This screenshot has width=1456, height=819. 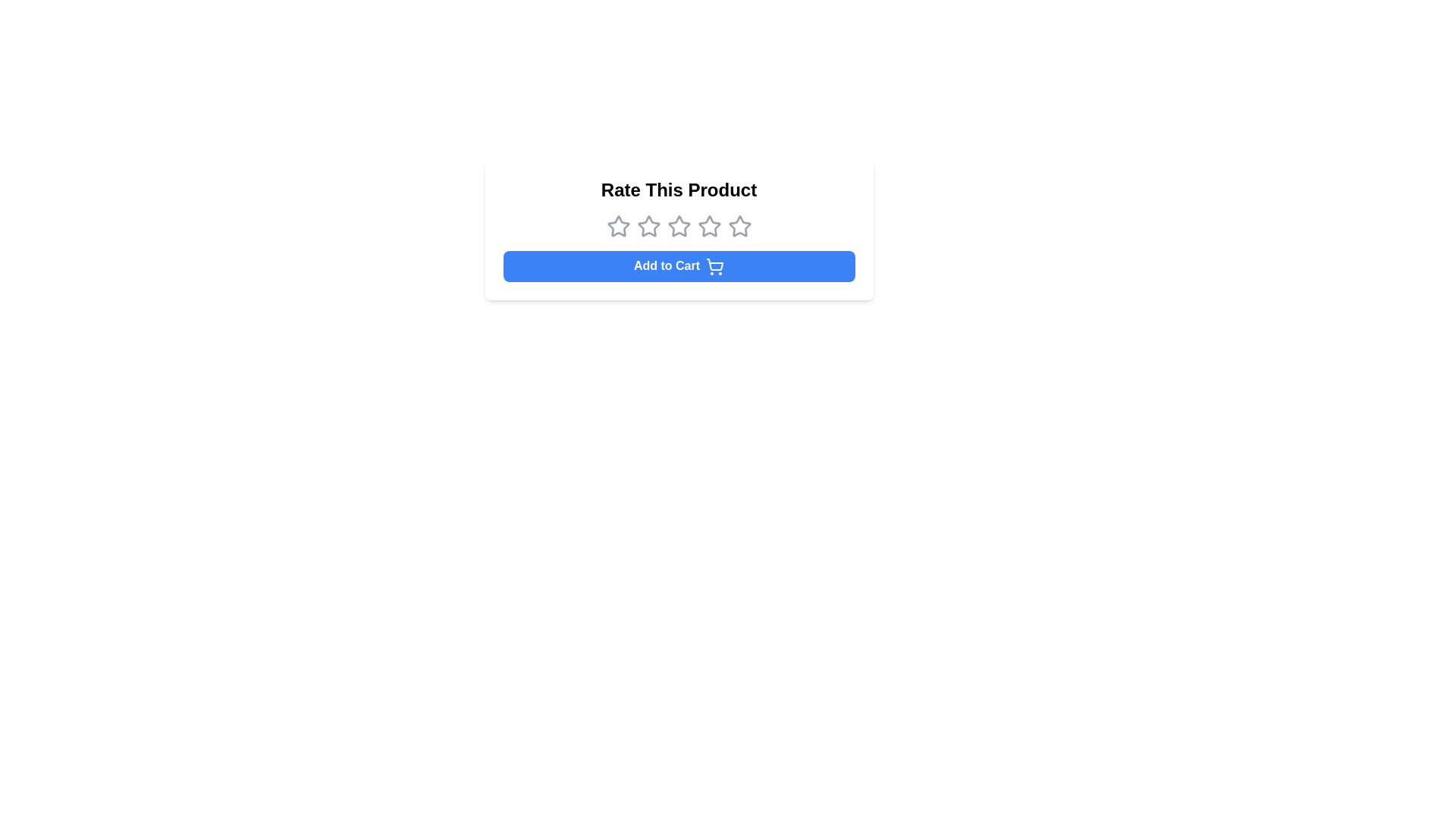 What do you see at coordinates (678, 227) in the screenshot?
I see `the third star in the rating system, which is located beneath the 'Rate This Product' text and above the 'Add to Cart' button` at bounding box center [678, 227].